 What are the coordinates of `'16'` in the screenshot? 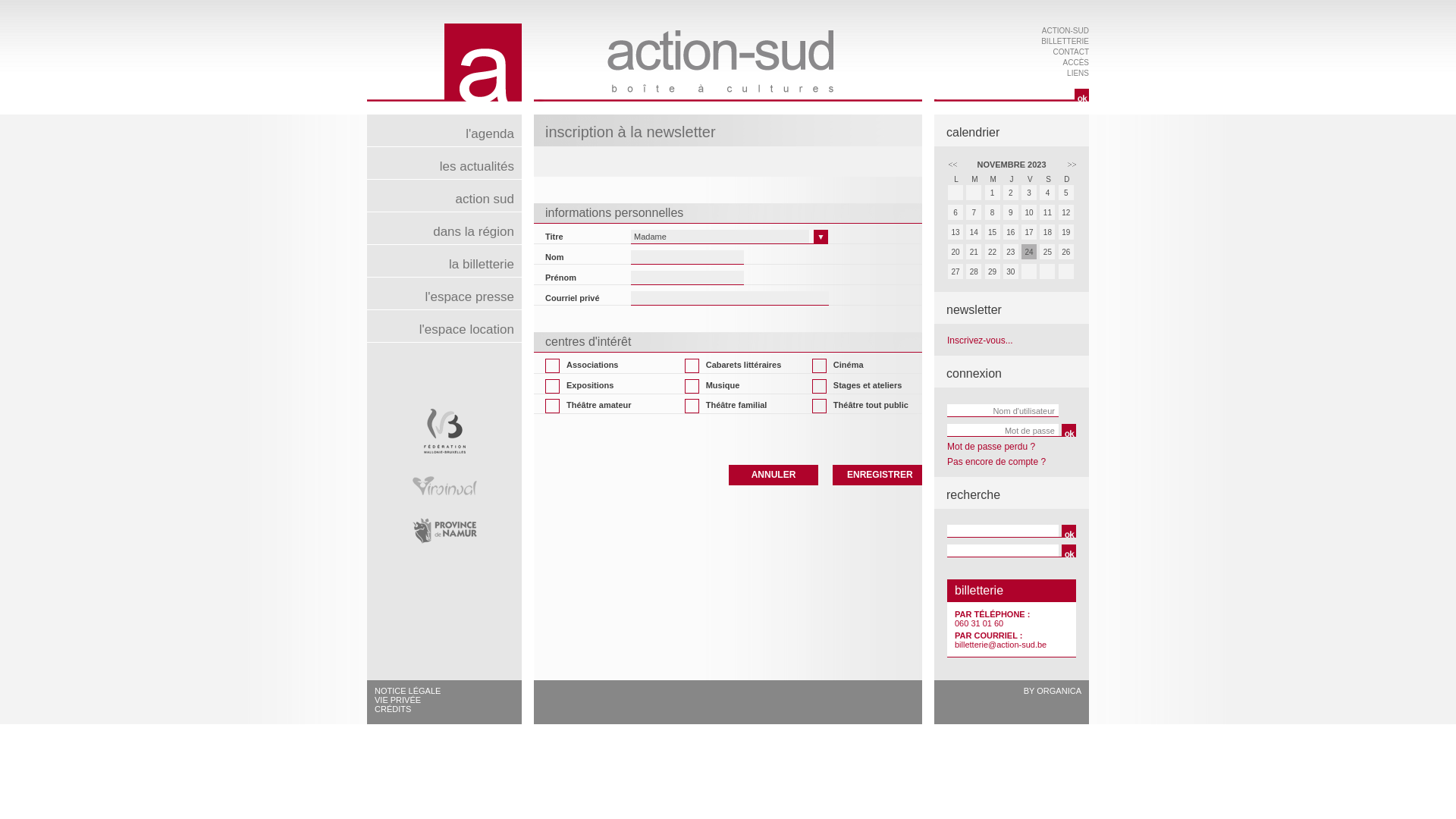 It's located at (1011, 231).